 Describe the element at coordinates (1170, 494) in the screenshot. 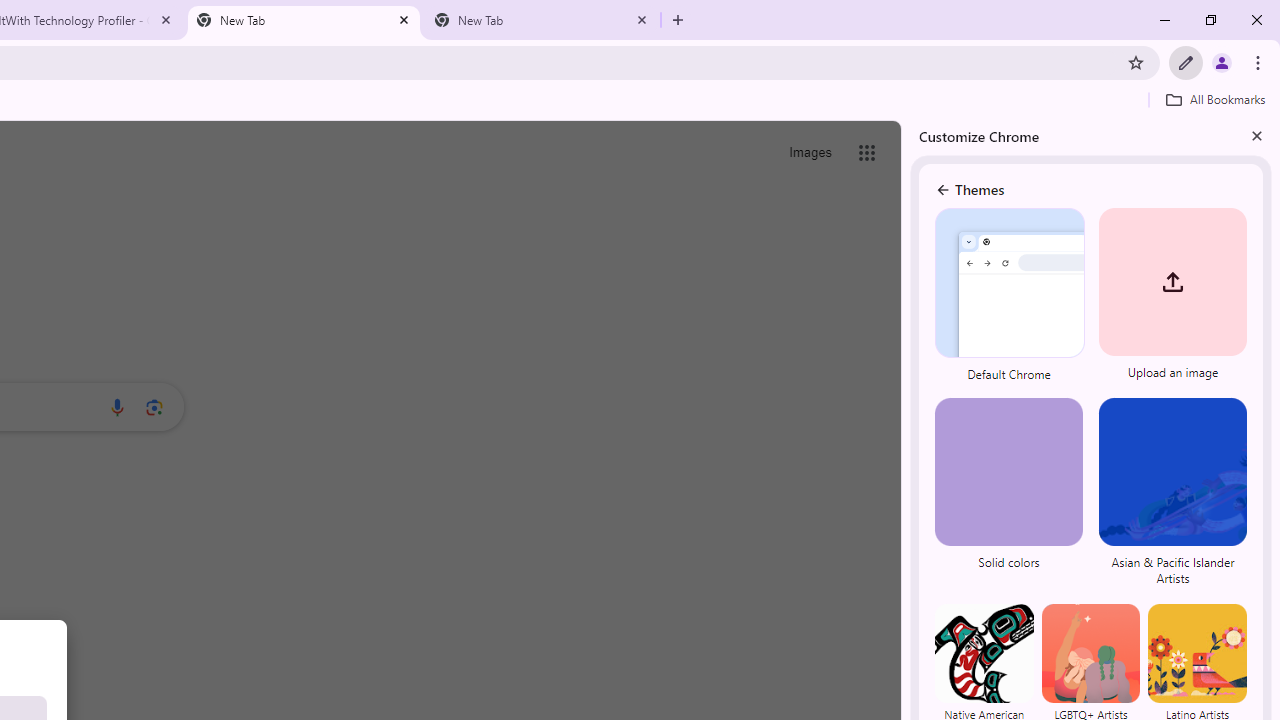

I see `'Asian & Pacific Islander Artists'` at that location.